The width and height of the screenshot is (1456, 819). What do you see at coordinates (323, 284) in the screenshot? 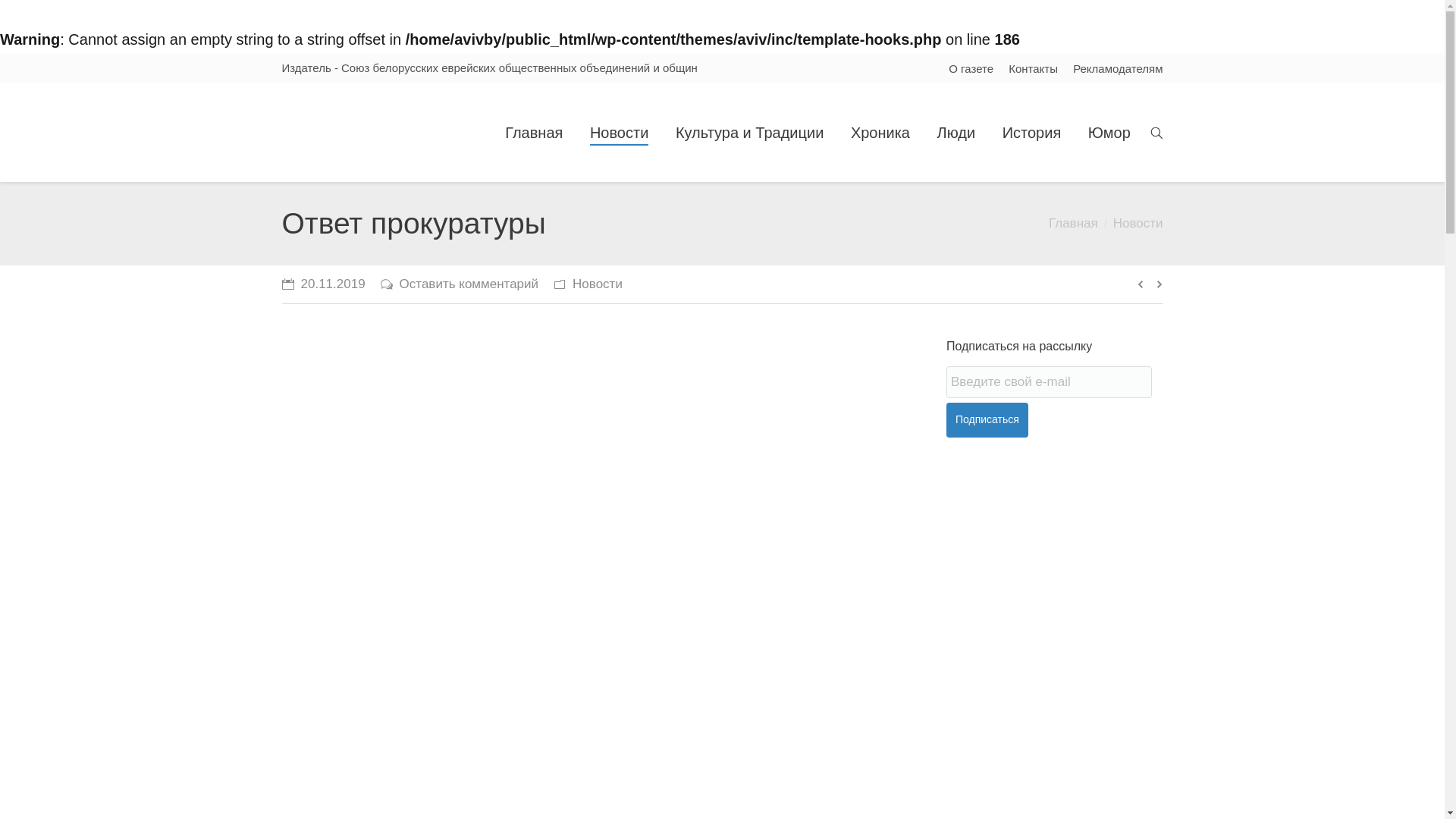
I see `'20.11.2019'` at bounding box center [323, 284].